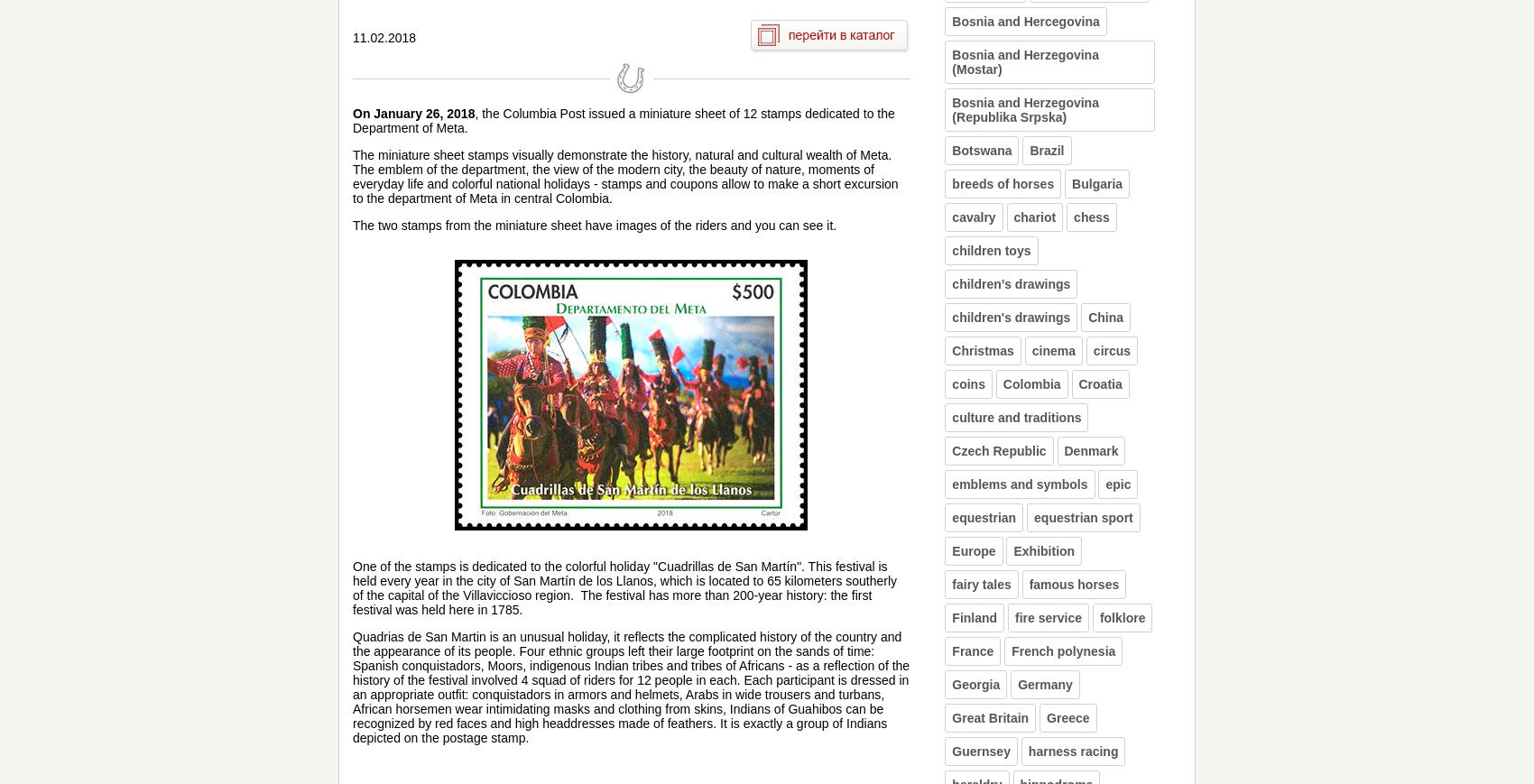 The height and width of the screenshot is (784, 1534). What do you see at coordinates (1073, 585) in the screenshot?
I see `'famous horses'` at bounding box center [1073, 585].